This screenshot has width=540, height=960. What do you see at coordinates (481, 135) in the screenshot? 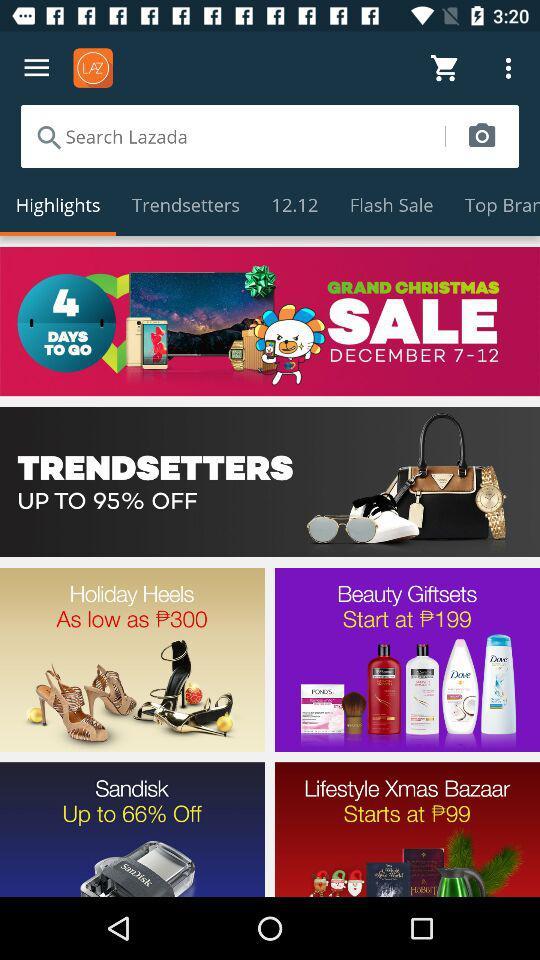
I see `access camera` at bounding box center [481, 135].